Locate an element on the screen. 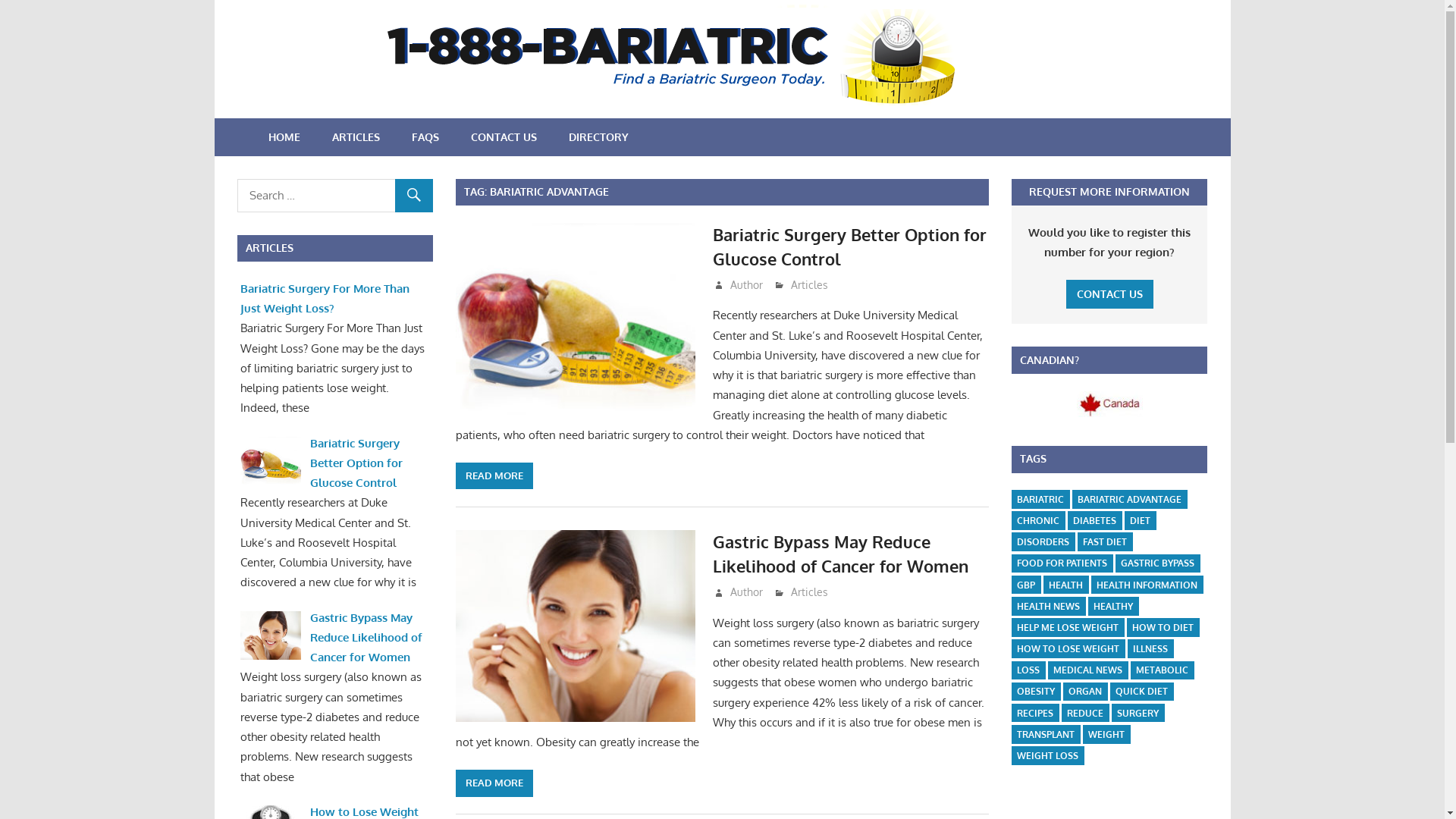  'DIABETES' is located at coordinates (1094, 519).